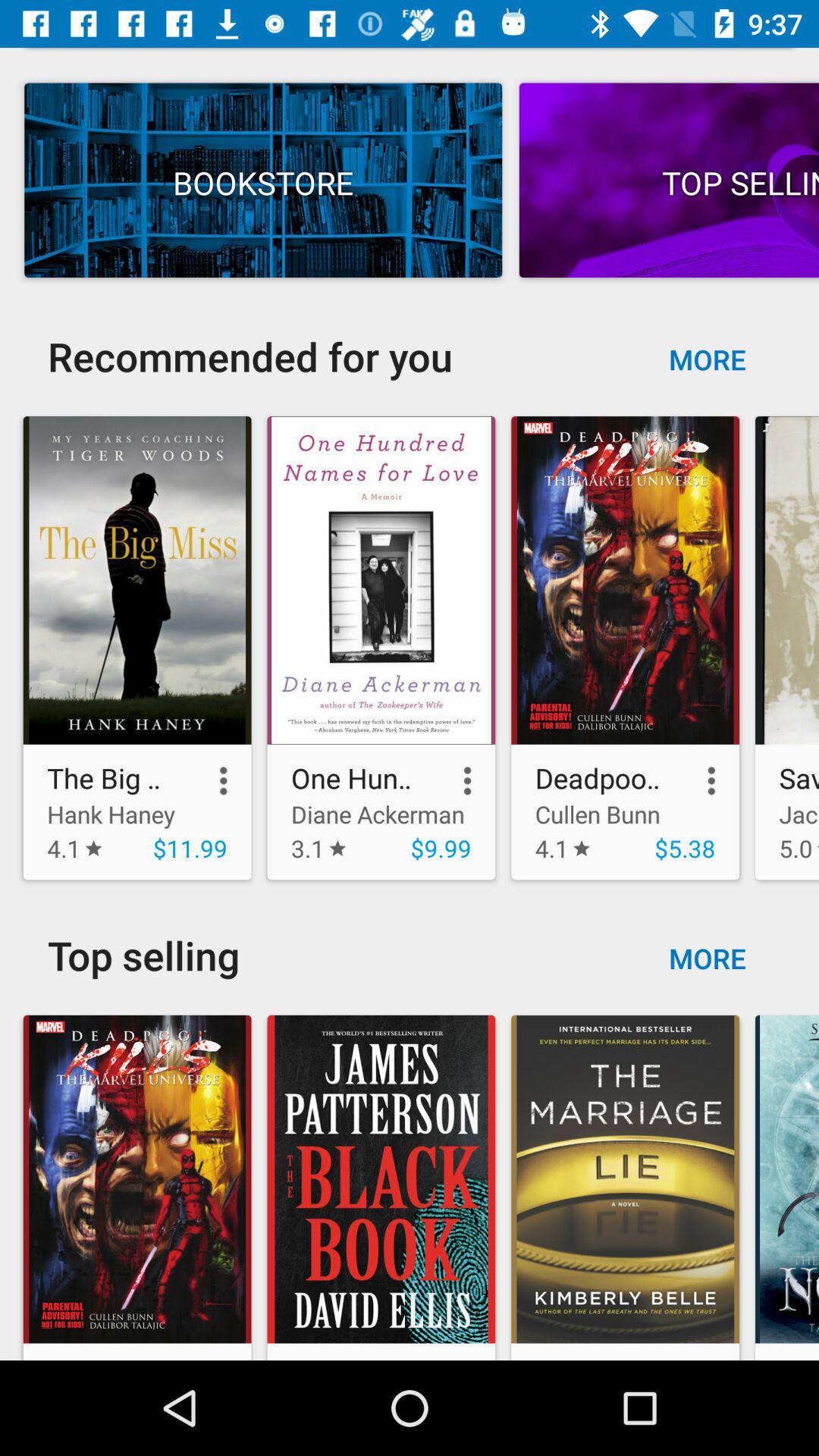 This screenshot has height=1456, width=819. What do you see at coordinates (137, 648) in the screenshot?
I see `the first image under recommended for you` at bounding box center [137, 648].